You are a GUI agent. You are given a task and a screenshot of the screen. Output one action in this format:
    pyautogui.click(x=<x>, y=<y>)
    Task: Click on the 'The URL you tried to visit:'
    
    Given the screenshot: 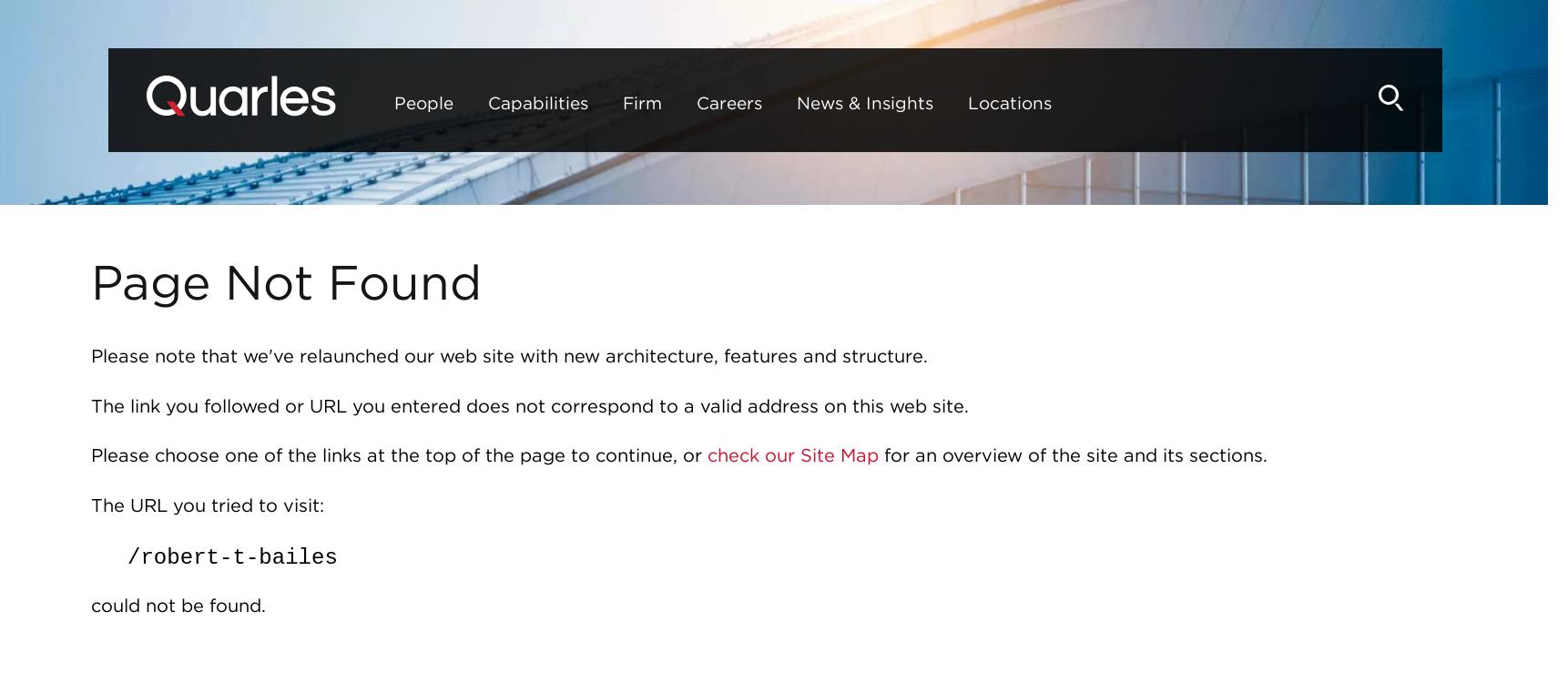 What is the action you would take?
    pyautogui.click(x=206, y=504)
    